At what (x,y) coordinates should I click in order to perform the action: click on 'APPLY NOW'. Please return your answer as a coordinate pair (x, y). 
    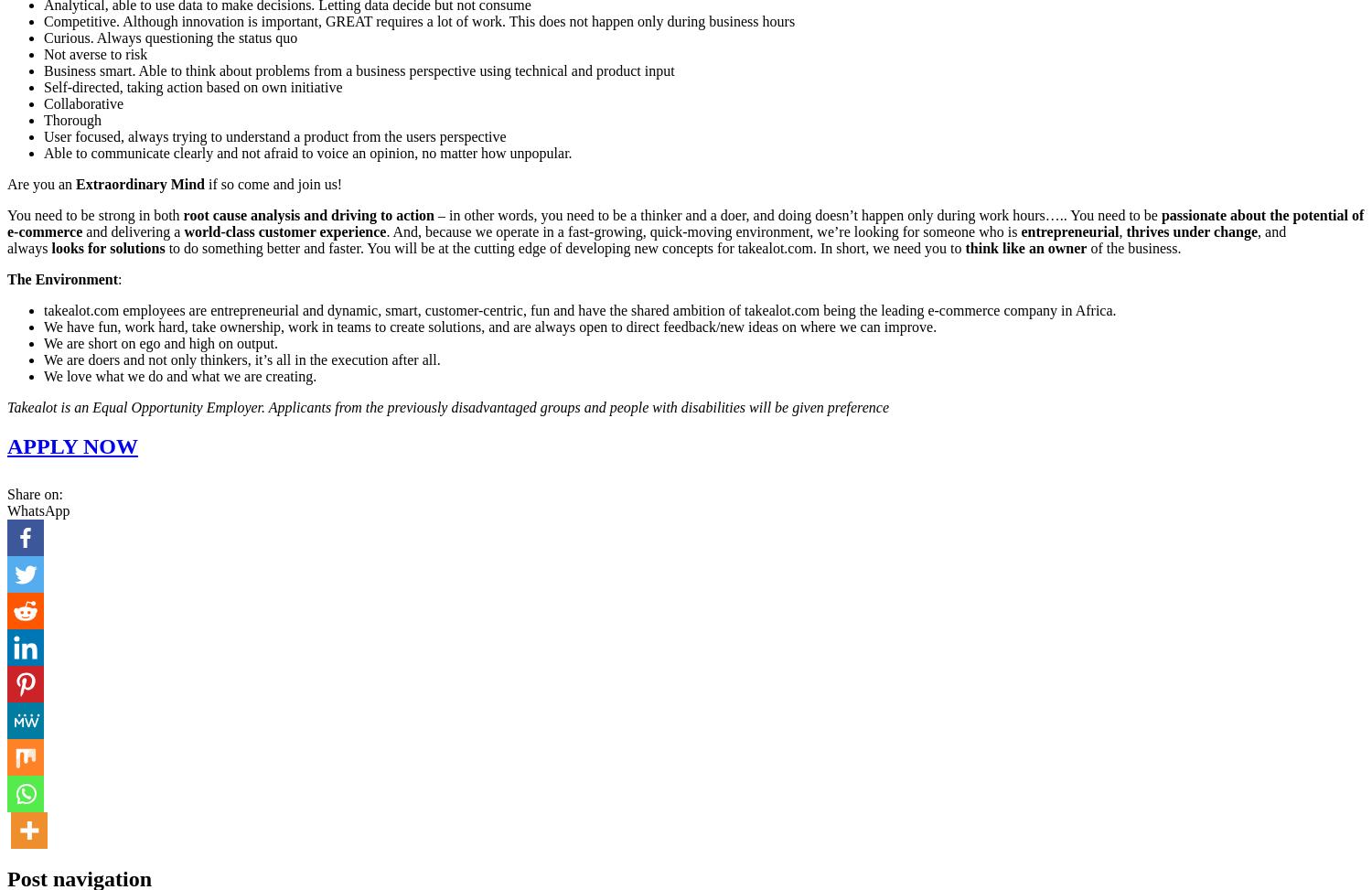
    Looking at the image, I should click on (71, 445).